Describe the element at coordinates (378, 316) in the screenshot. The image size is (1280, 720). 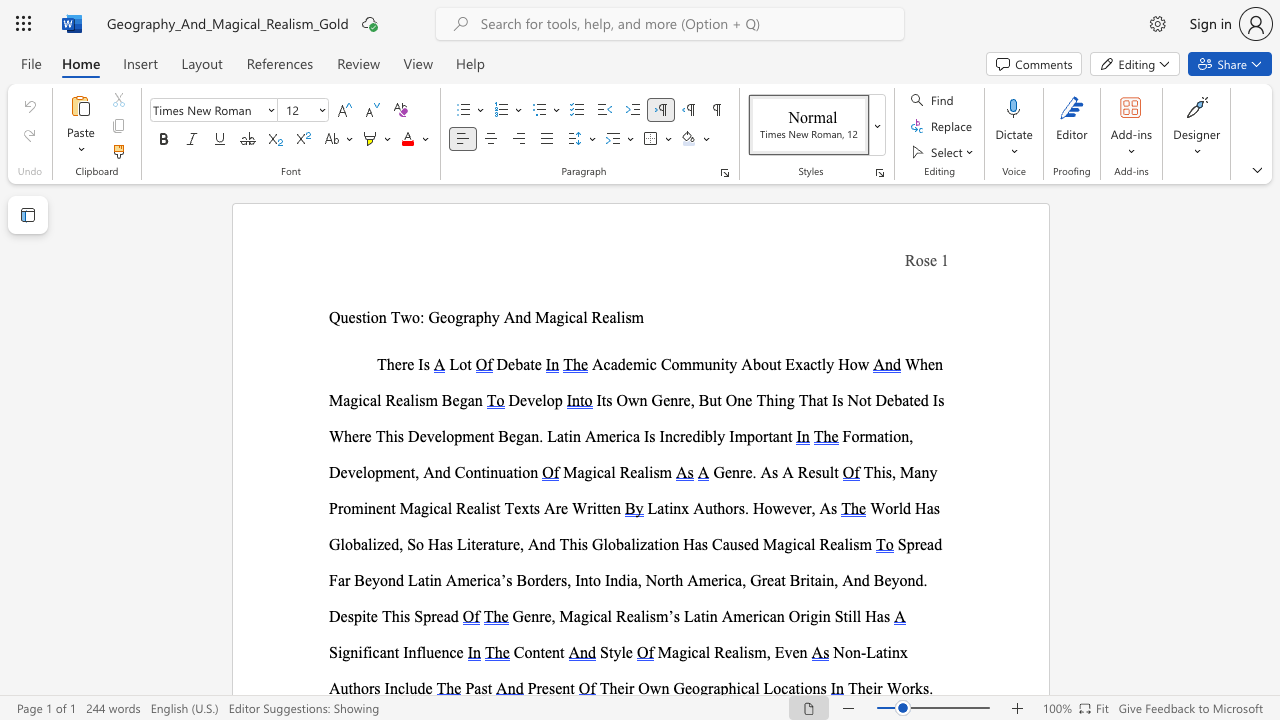
I see `the subset text "n Two: Geography And Magic" within the text "Question Two: Geography And Magical Realism"` at that location.